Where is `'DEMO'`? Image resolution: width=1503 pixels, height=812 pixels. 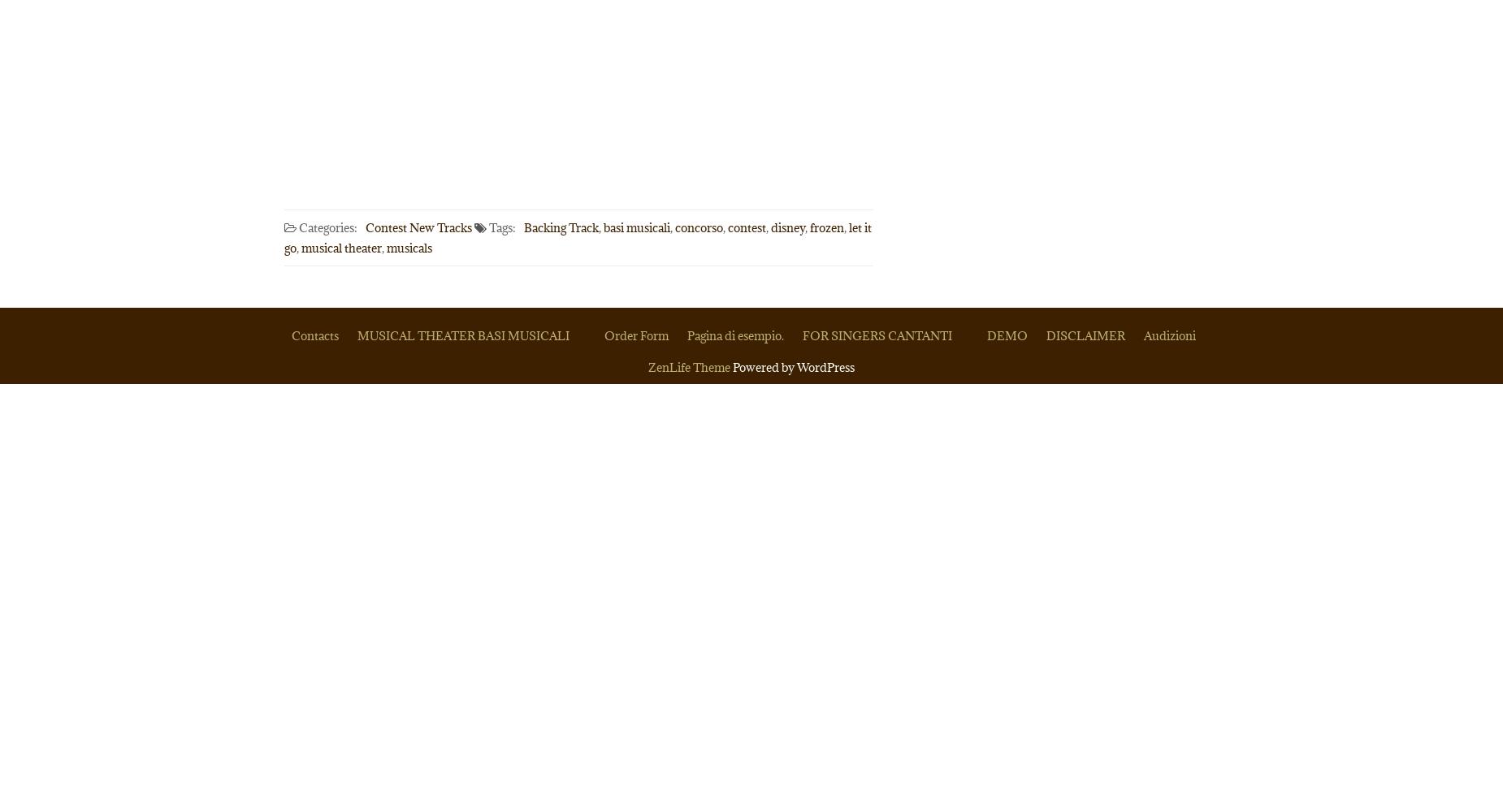 'DEMO' is located at coordinates (985, 335).